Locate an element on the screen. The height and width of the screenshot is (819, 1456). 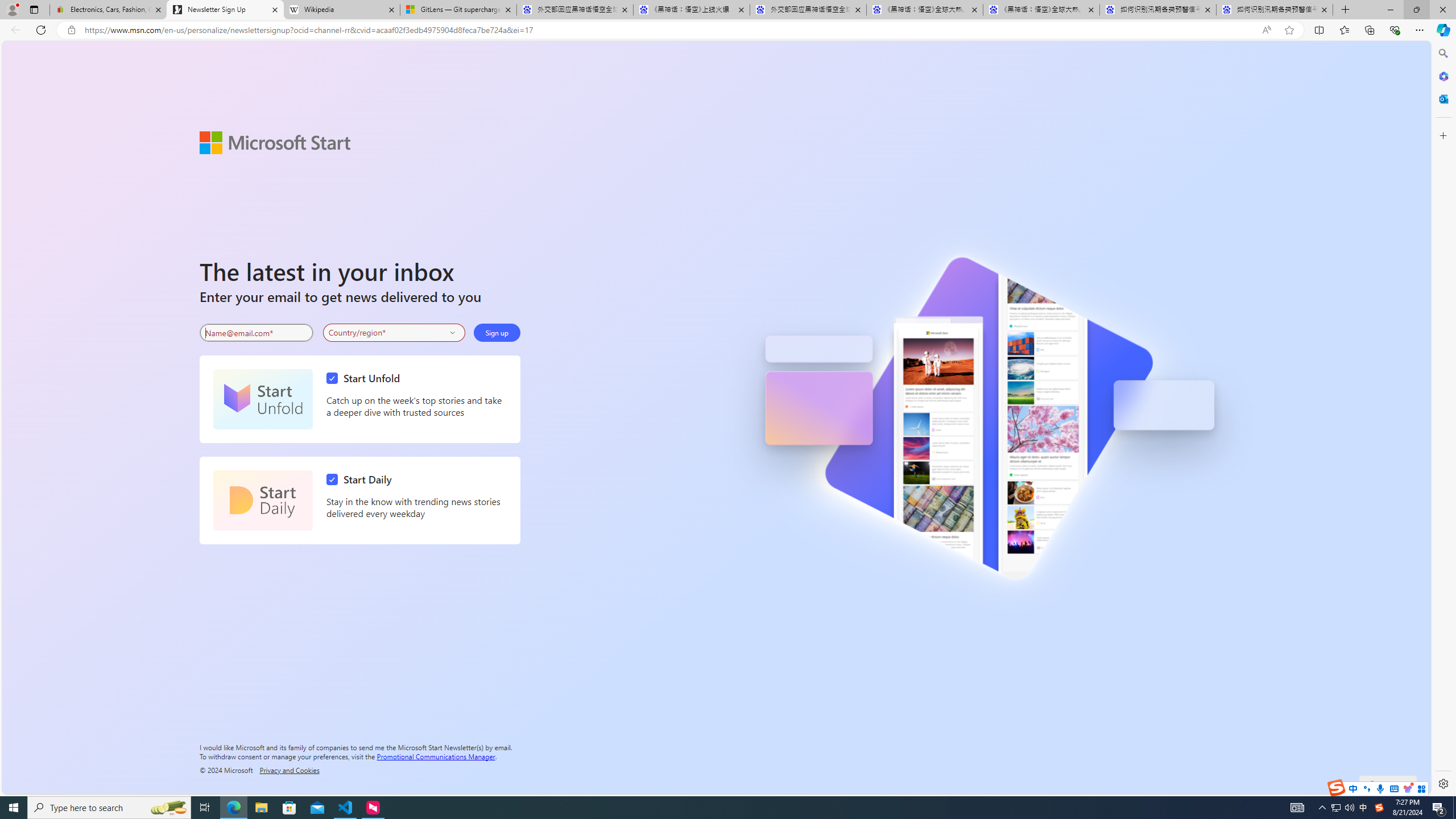
'Sign up' is located at coordinates (496, 333).